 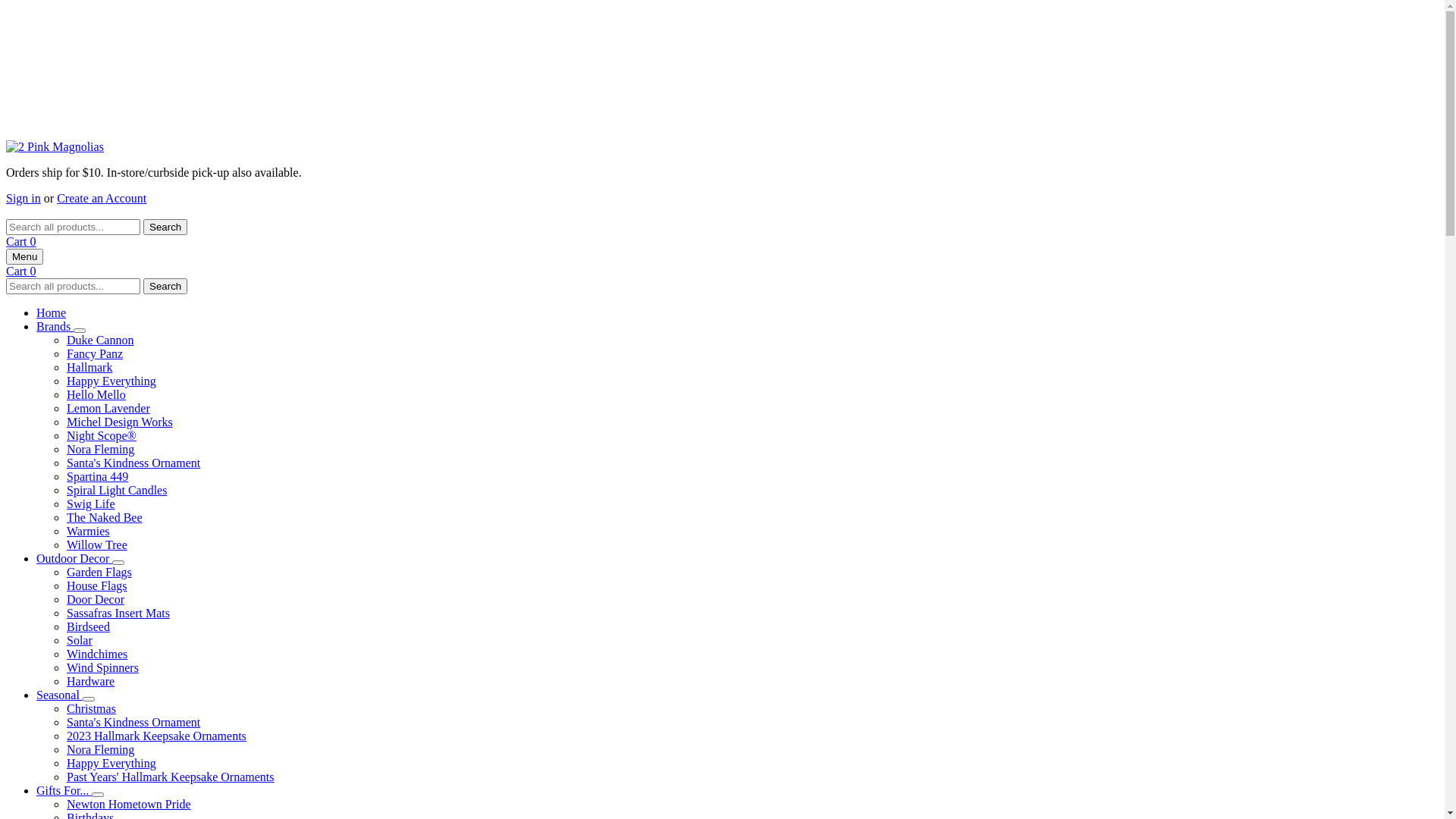 I want to click on 'Swig Life', so click(x=90, y=504).